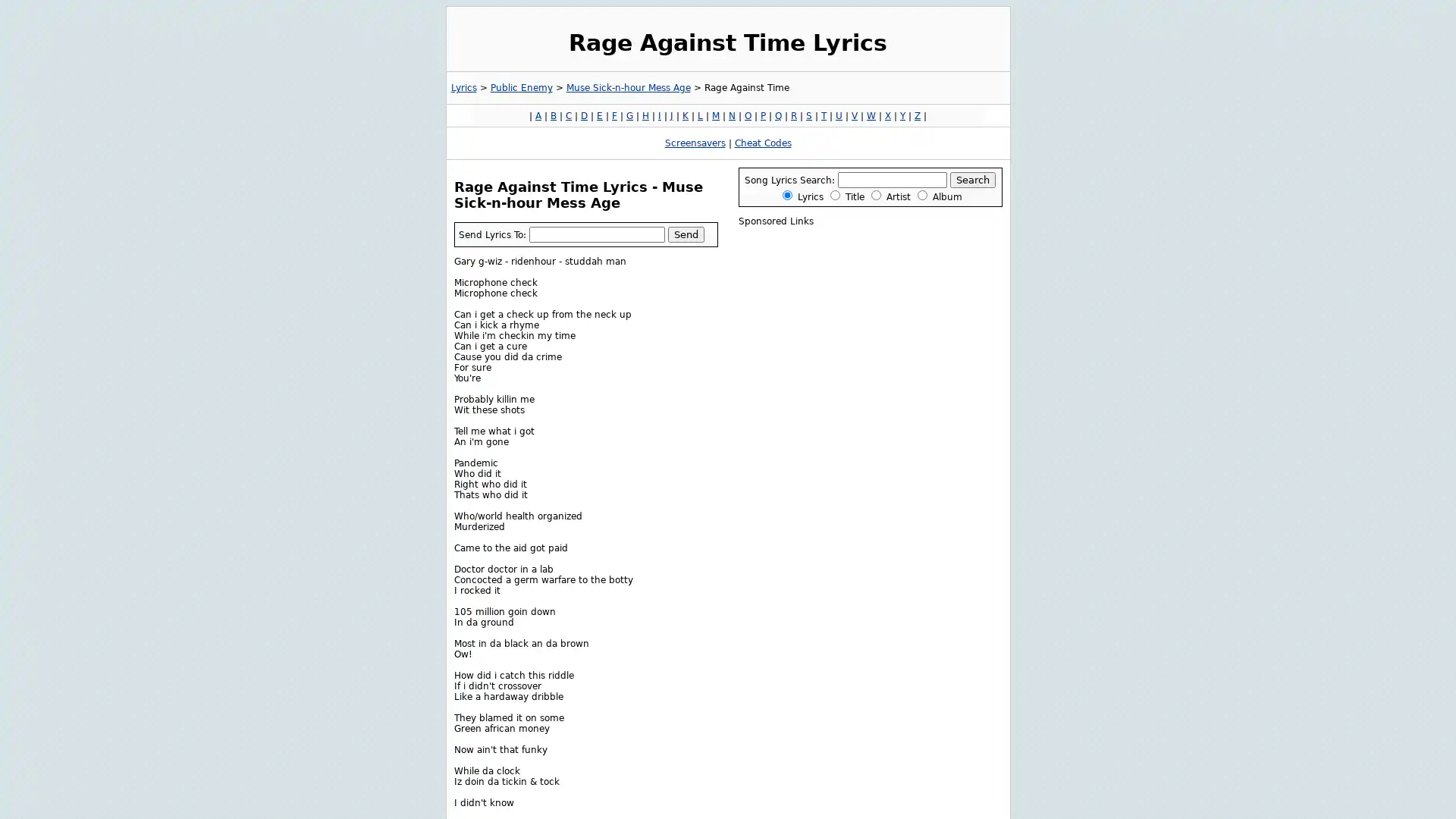 The height and width of the screenshot is (819, 1456). What do you see at coordinates (972, 179) in the screenshot?
I see `Search` at bounding box center [972, 179].